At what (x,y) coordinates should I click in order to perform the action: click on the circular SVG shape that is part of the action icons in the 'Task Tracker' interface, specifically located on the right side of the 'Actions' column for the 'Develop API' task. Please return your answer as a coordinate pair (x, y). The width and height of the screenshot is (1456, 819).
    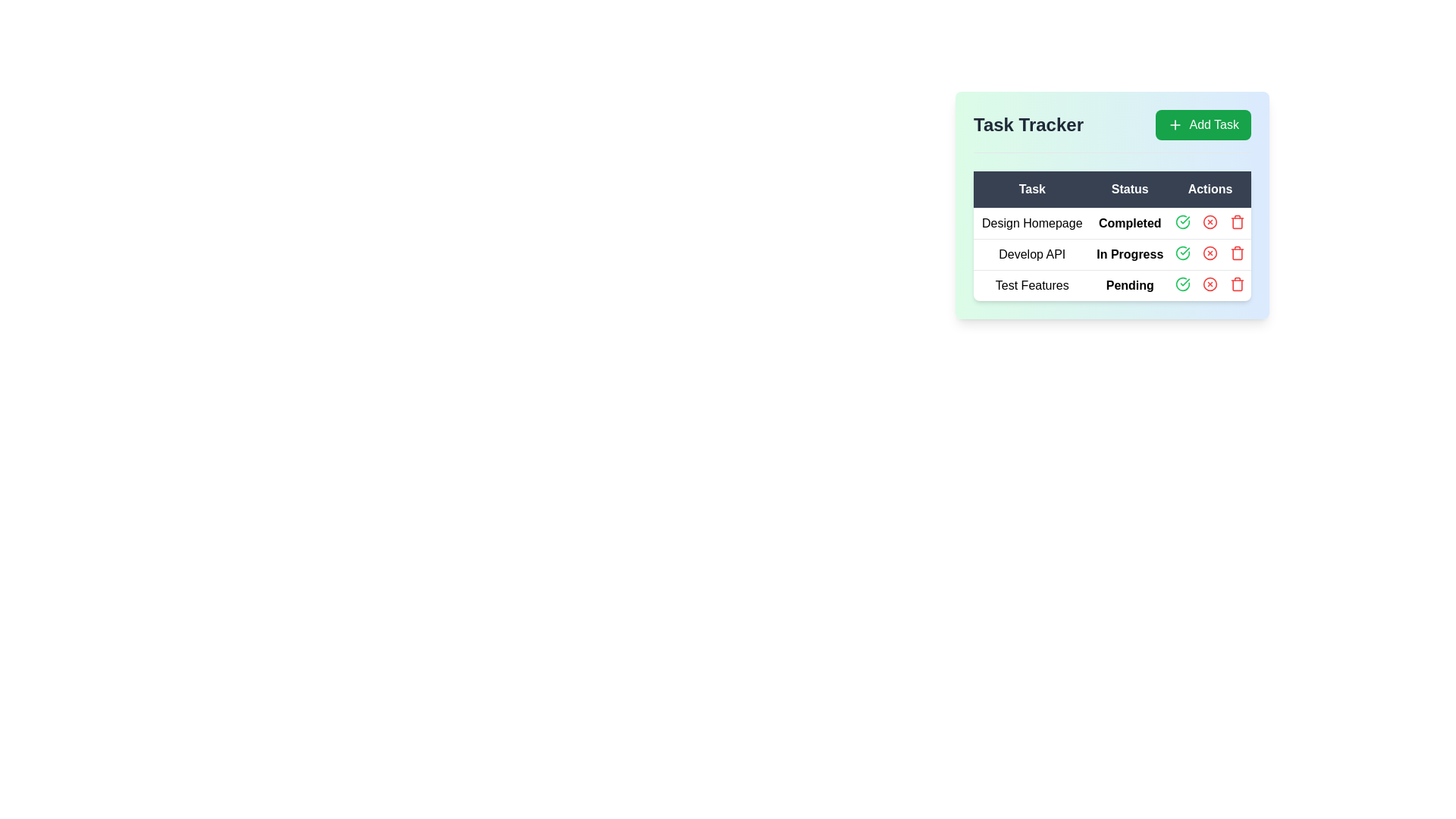
    Looking at the image, I should click on (1210, 222).